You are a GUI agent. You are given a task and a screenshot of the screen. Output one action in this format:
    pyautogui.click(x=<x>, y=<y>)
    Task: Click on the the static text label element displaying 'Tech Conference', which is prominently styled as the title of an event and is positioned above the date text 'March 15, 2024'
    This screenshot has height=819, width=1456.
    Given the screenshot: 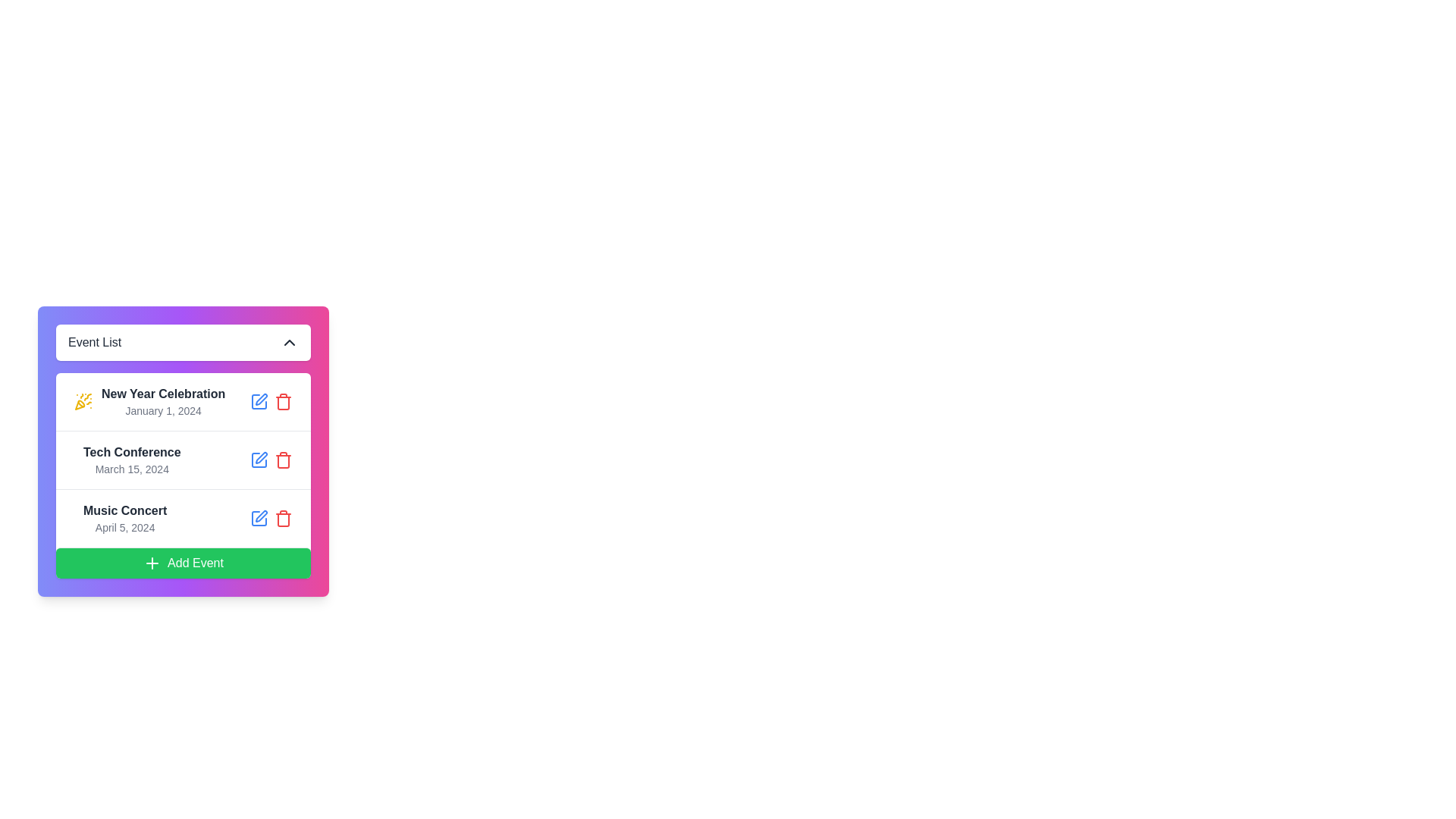 What is the action you would take?
    pyautogui.click(x=132, y=452)
    